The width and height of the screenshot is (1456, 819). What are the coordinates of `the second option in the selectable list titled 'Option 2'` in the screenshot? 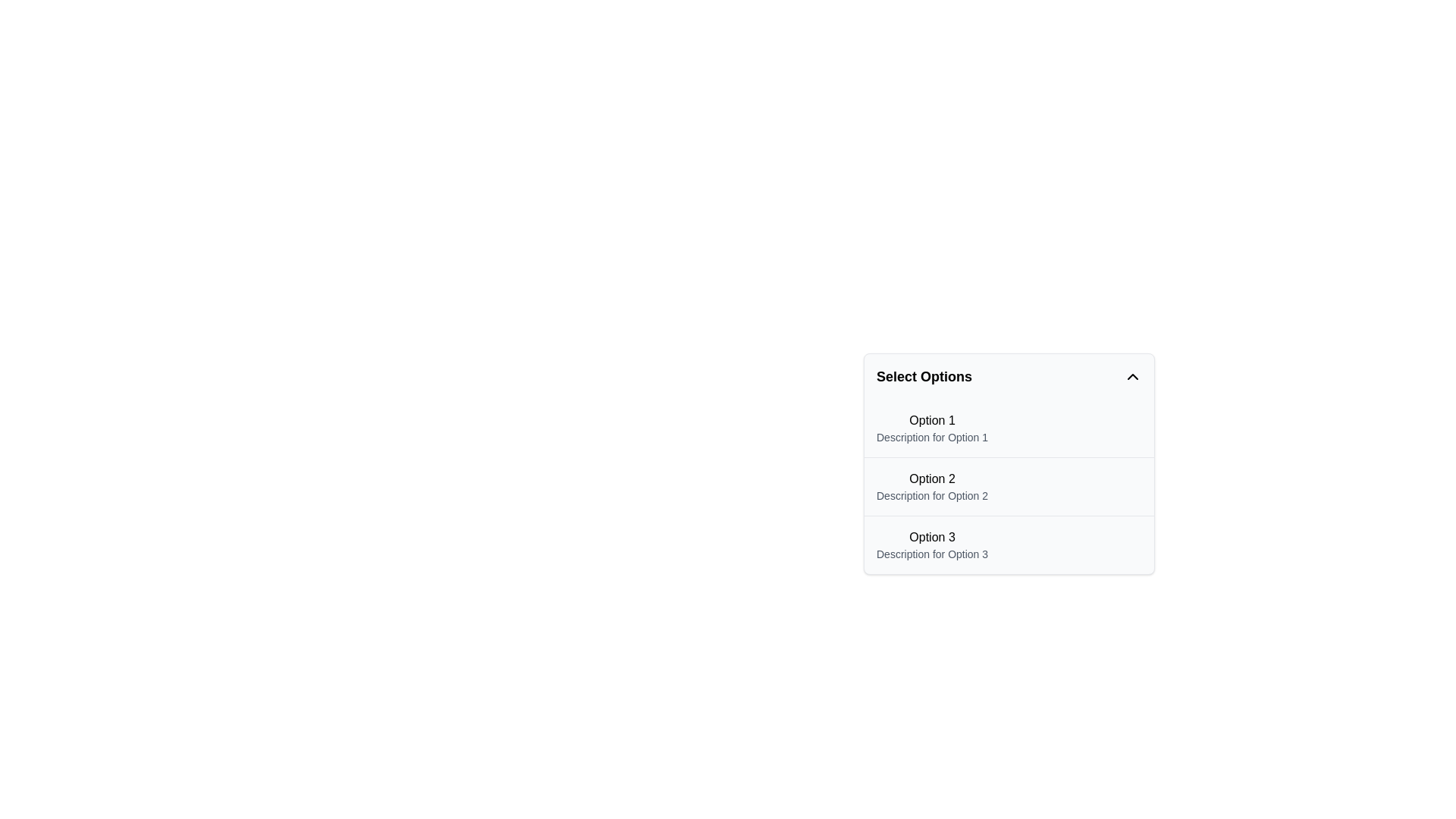 It's located at (931, 486).